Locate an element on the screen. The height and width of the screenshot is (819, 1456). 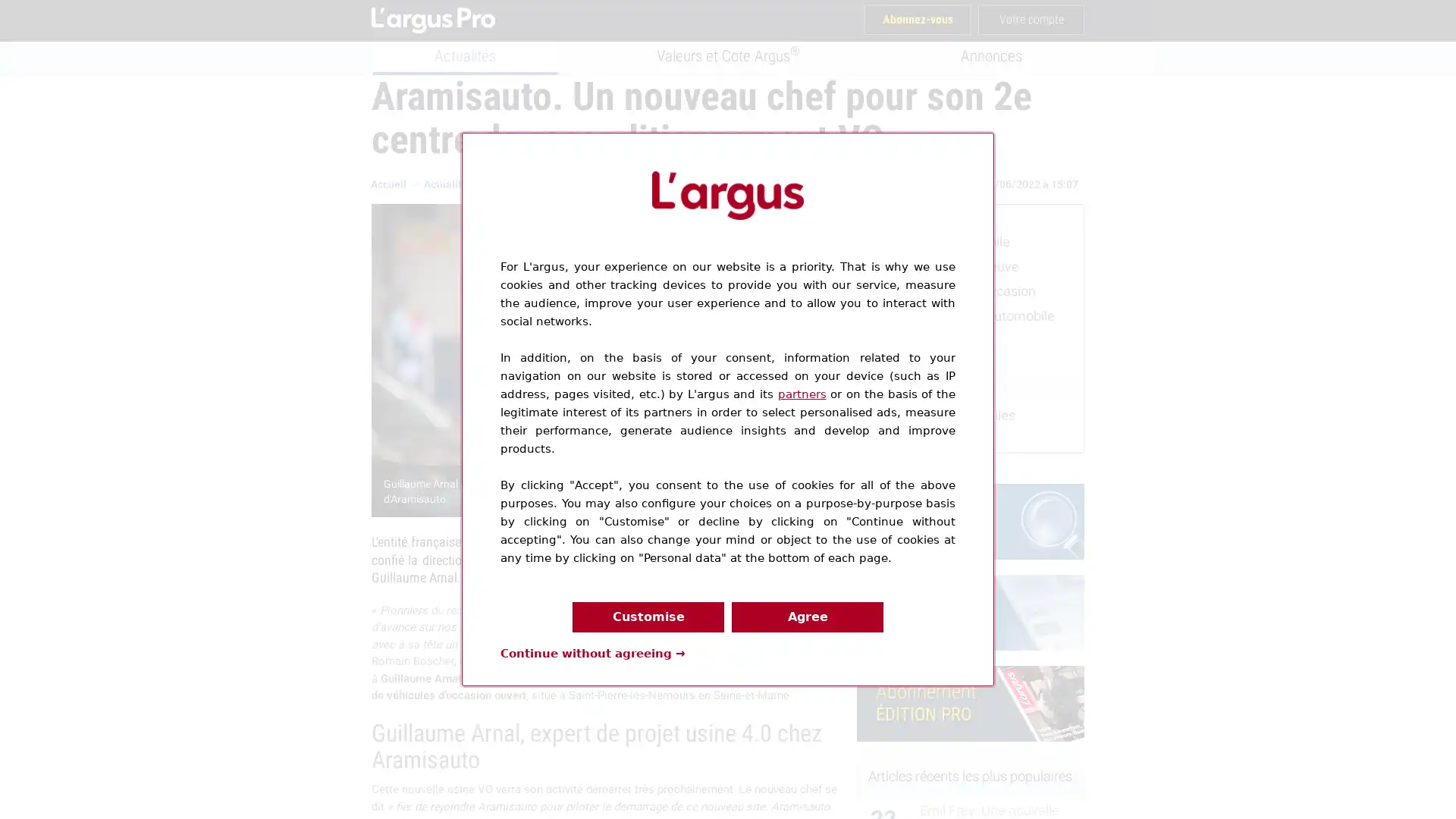
Continue without agreeing is located at coordinates (592, 651).